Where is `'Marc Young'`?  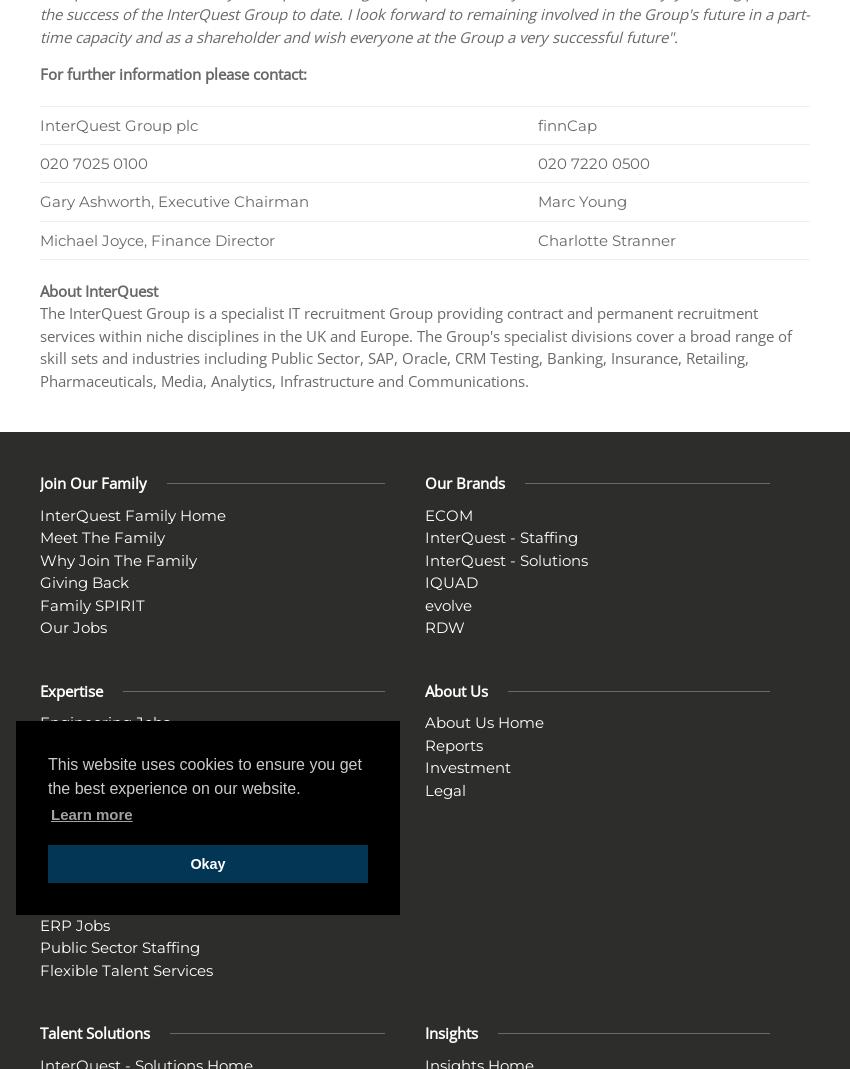 'Marc Young' is located at coordinates (536, 201).